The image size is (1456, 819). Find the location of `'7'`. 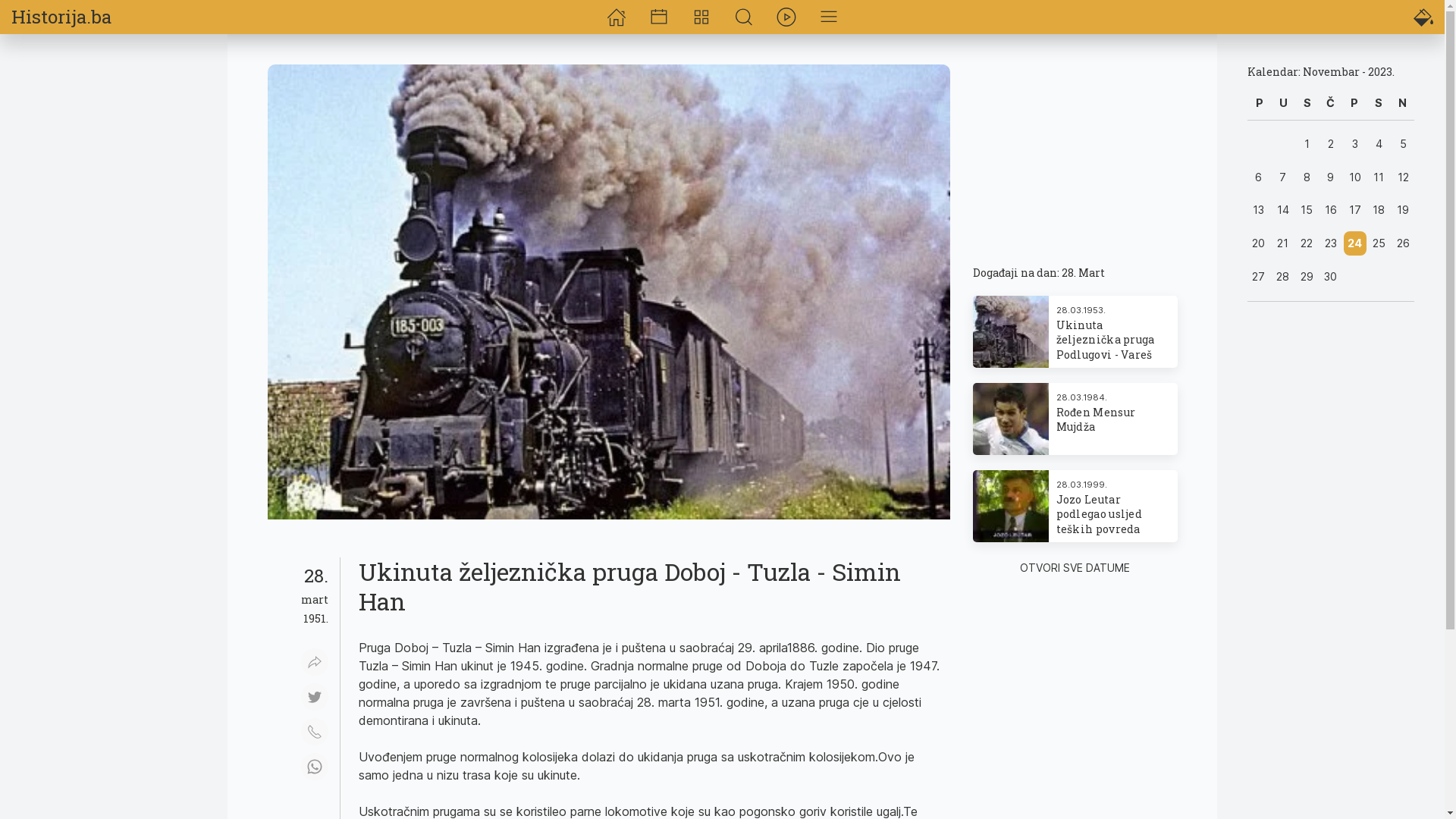

'7' is located at coordinates (1282, 177).